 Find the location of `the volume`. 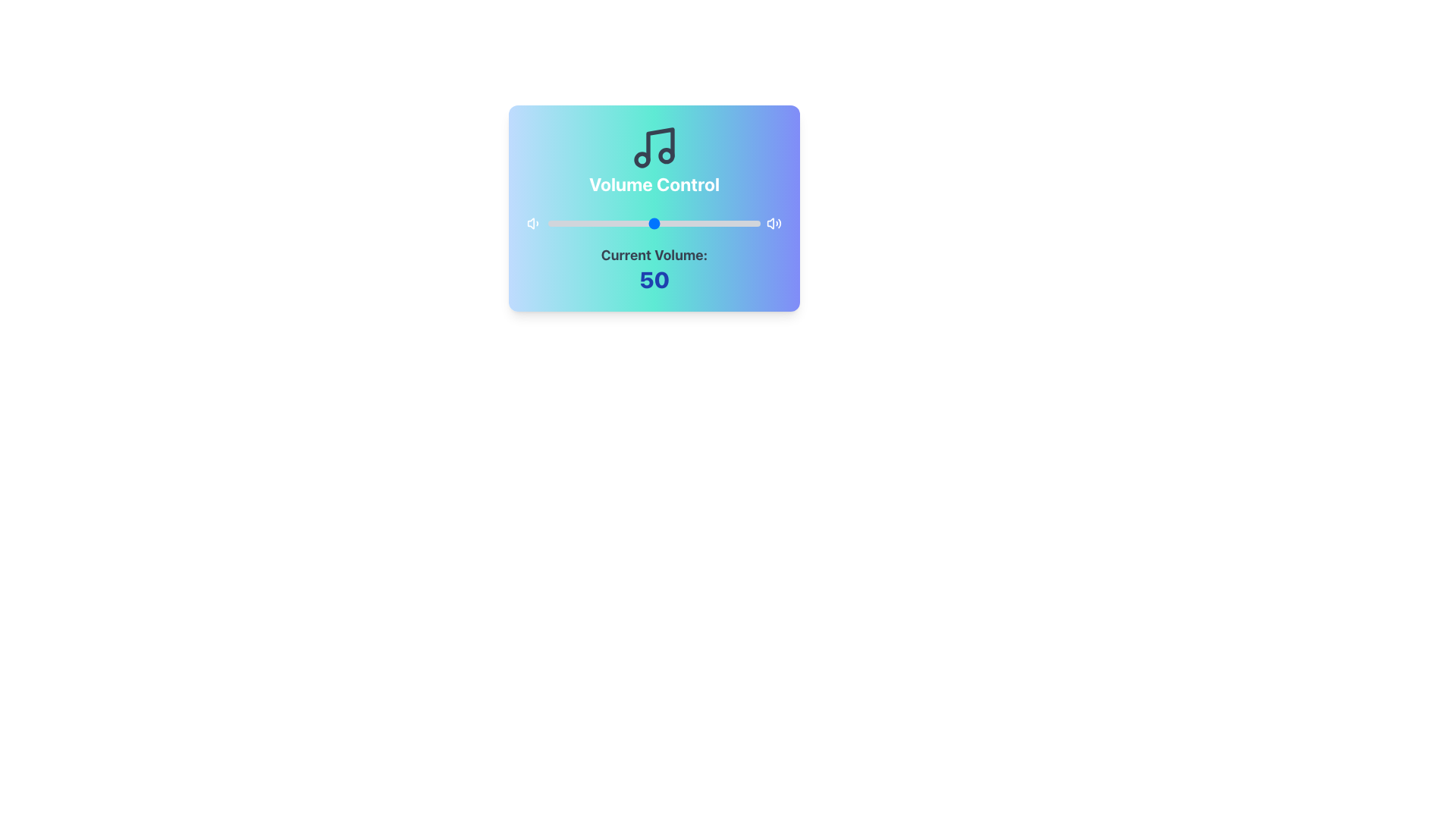

the volume is located at coordinates (656, 223).